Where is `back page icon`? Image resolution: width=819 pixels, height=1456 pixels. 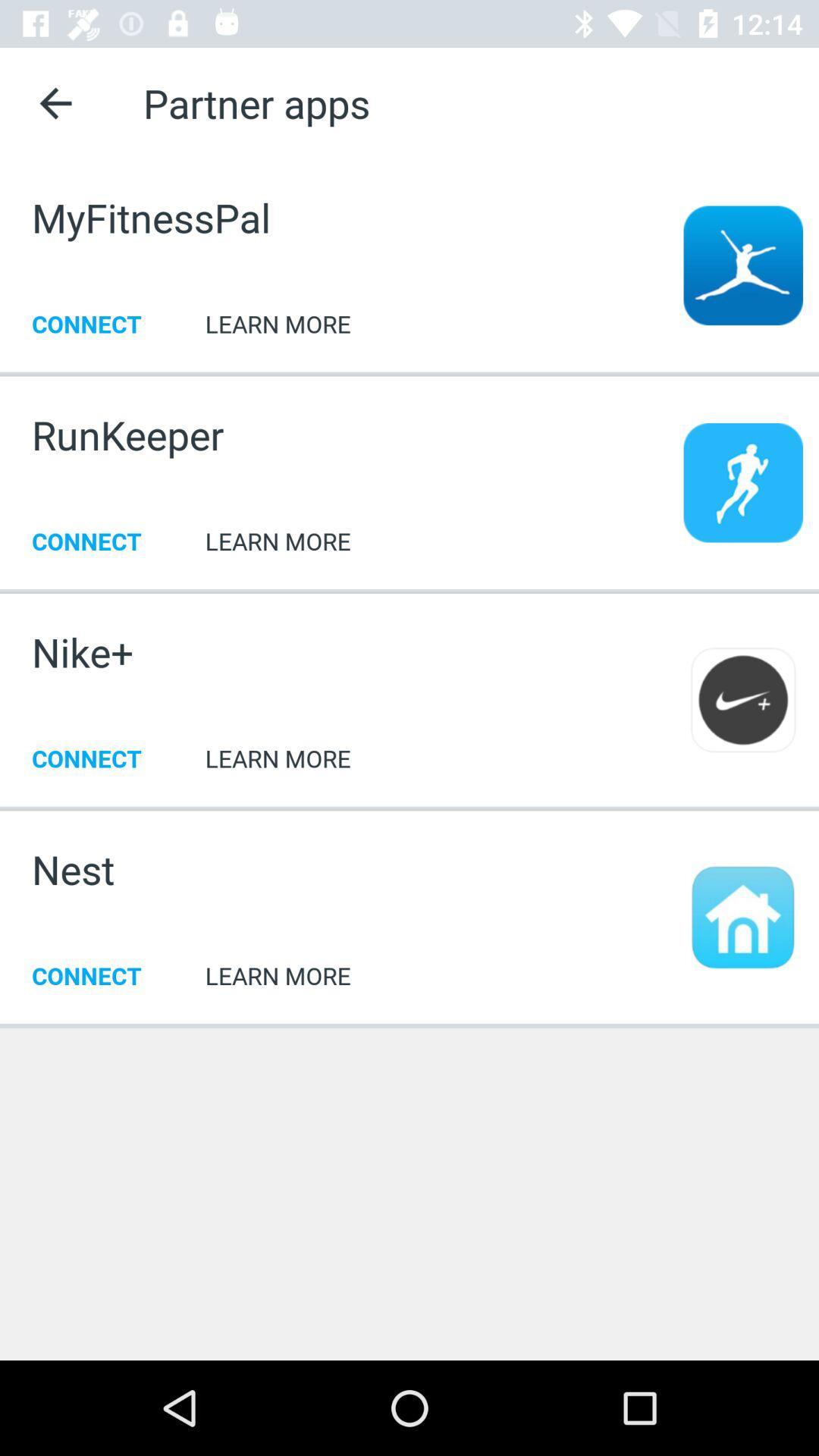 back page icon is located at coordinates (55, 102).